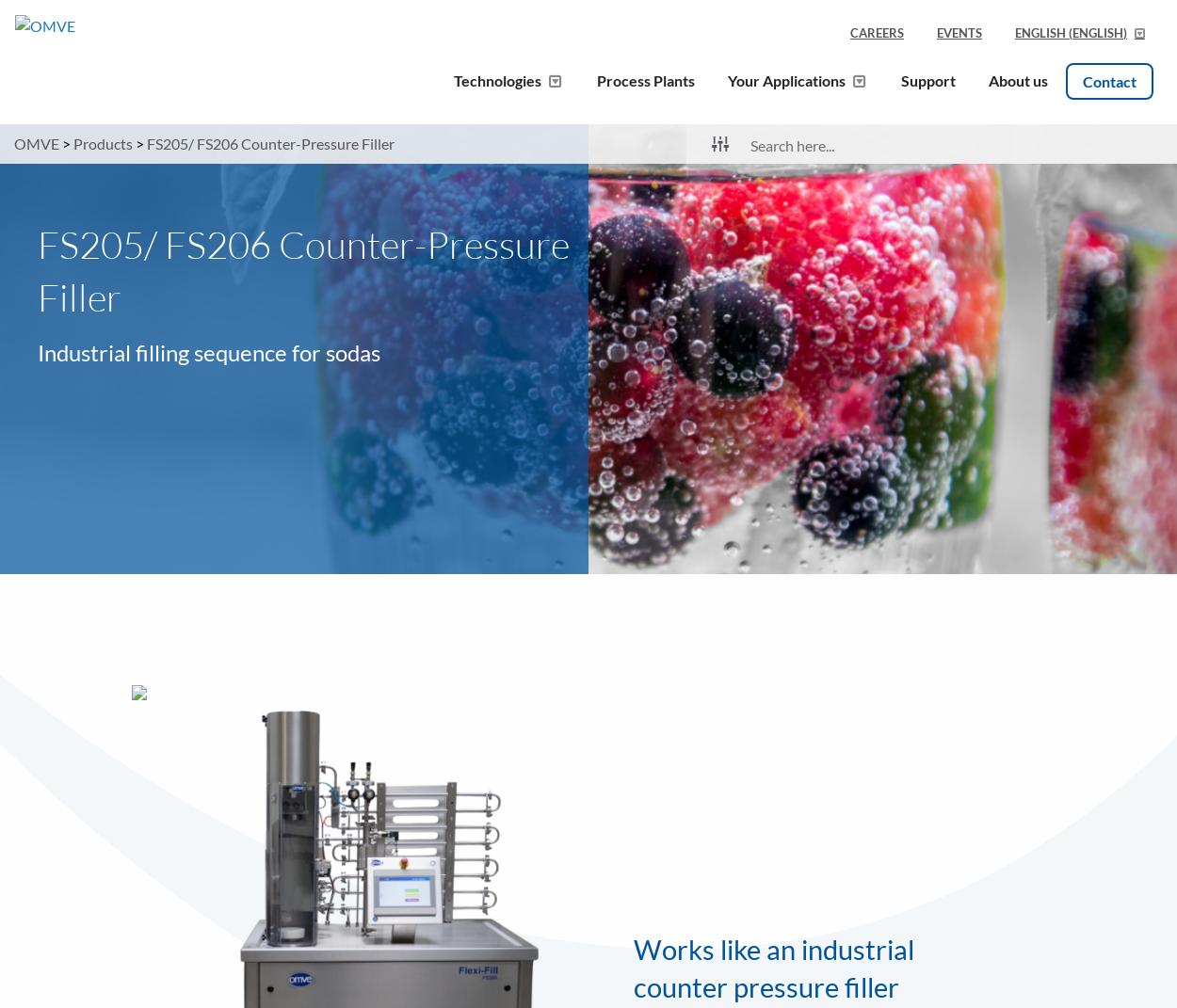  I want to click on 'Industrial filling sequence for sodas', so click(208, 351).